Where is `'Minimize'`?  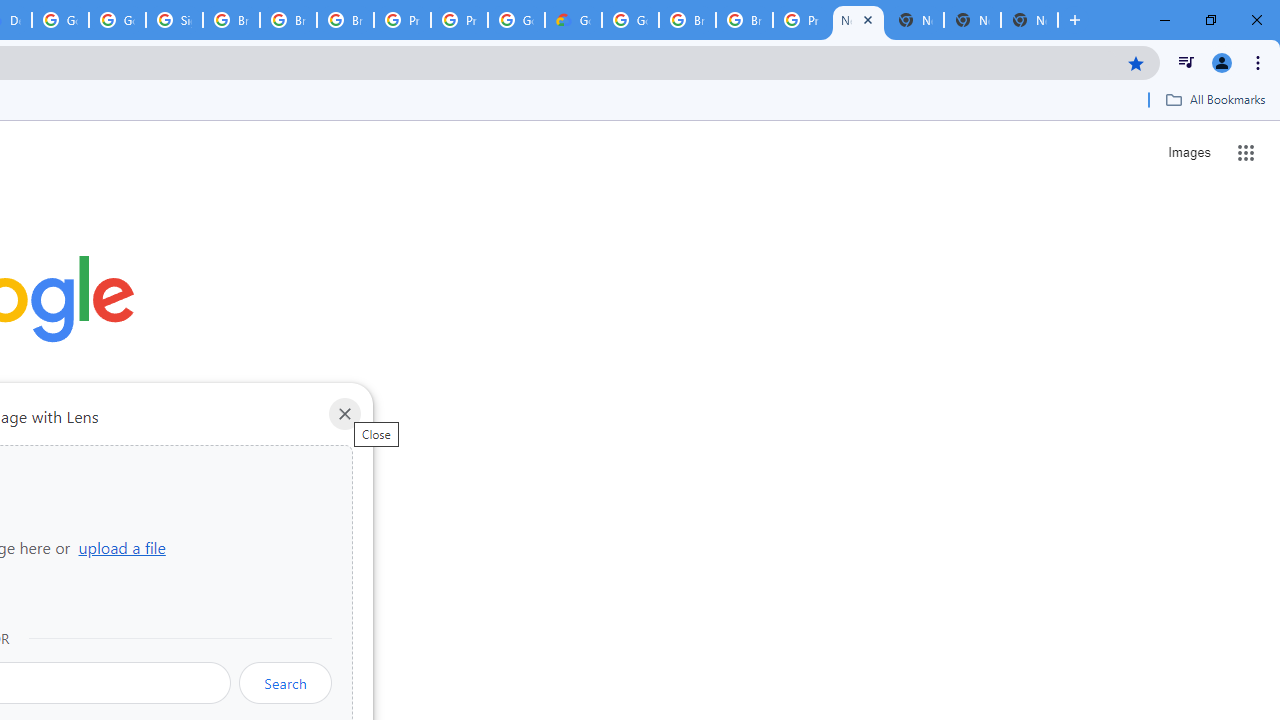
'Minimize' is located at coordinates (1165, 20).